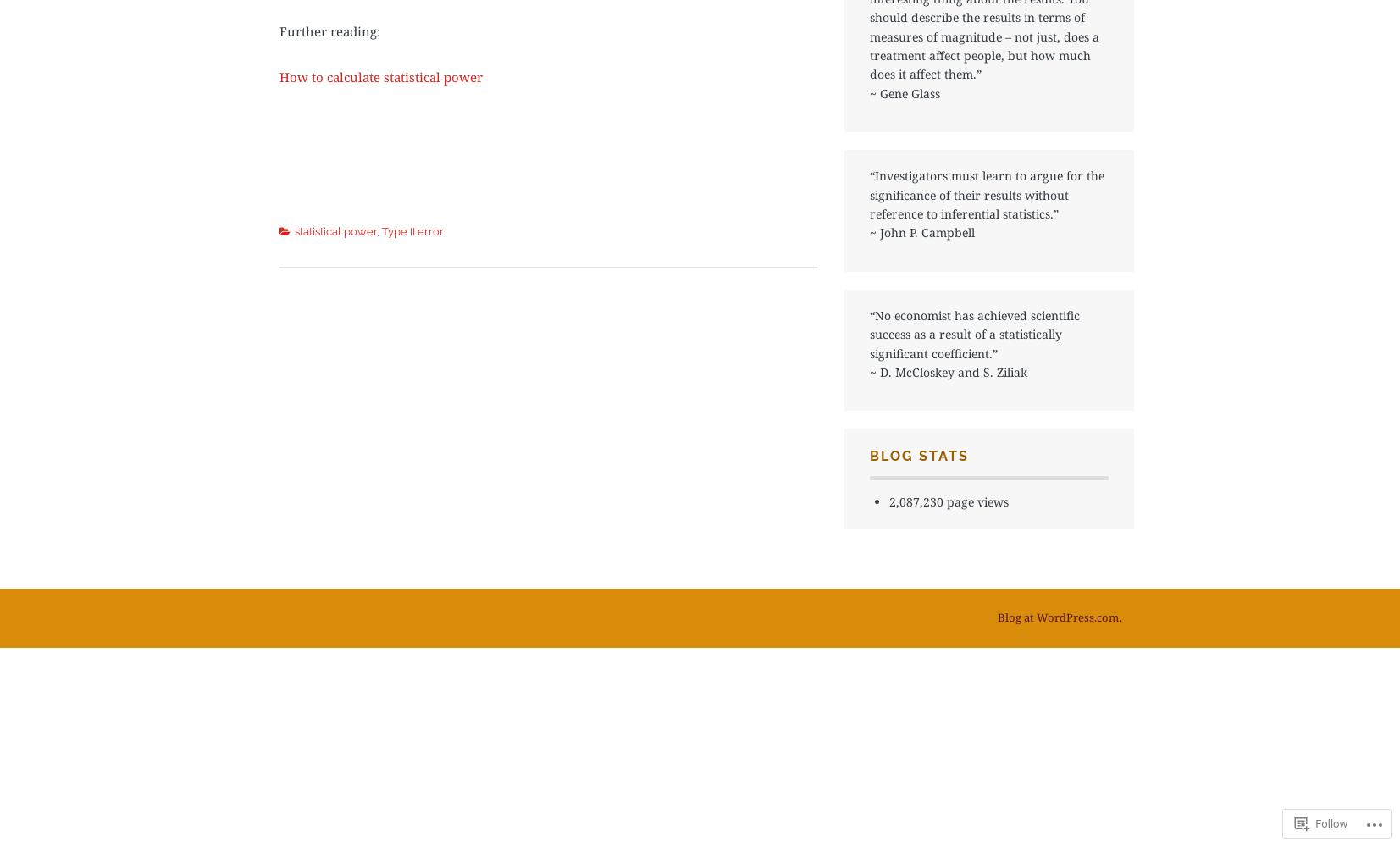 This screenshot has width=1400, height=847. What do you see at coordinates (870, 232) in the screenshot?
I see `'~ John P. Campbell'` at bounding box center [870, 232].